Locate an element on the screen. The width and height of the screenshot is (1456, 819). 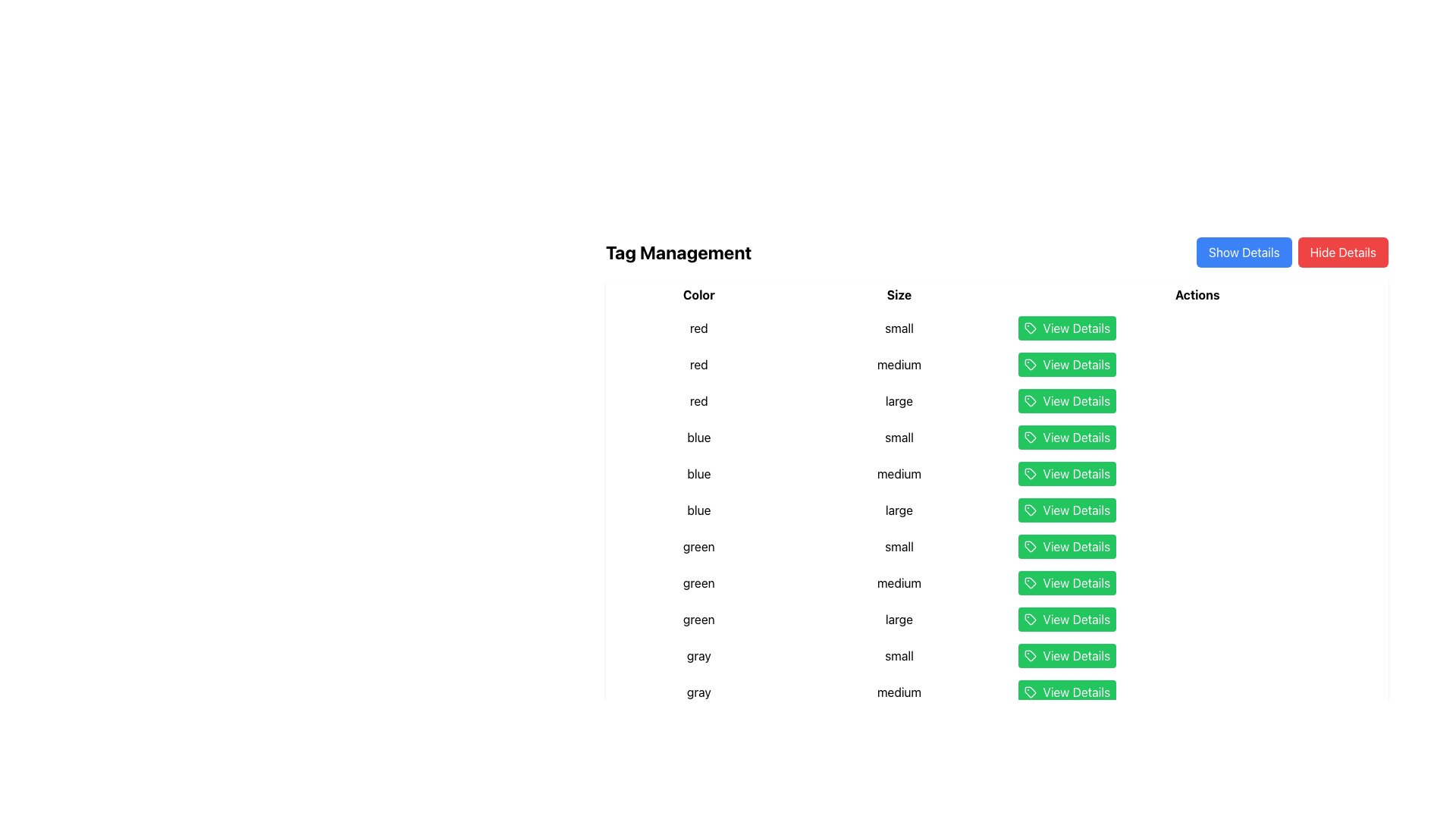
the static text label displaying 'green' in bold black font located in the 'Color' column of the table is located at coordinates (698, 620).